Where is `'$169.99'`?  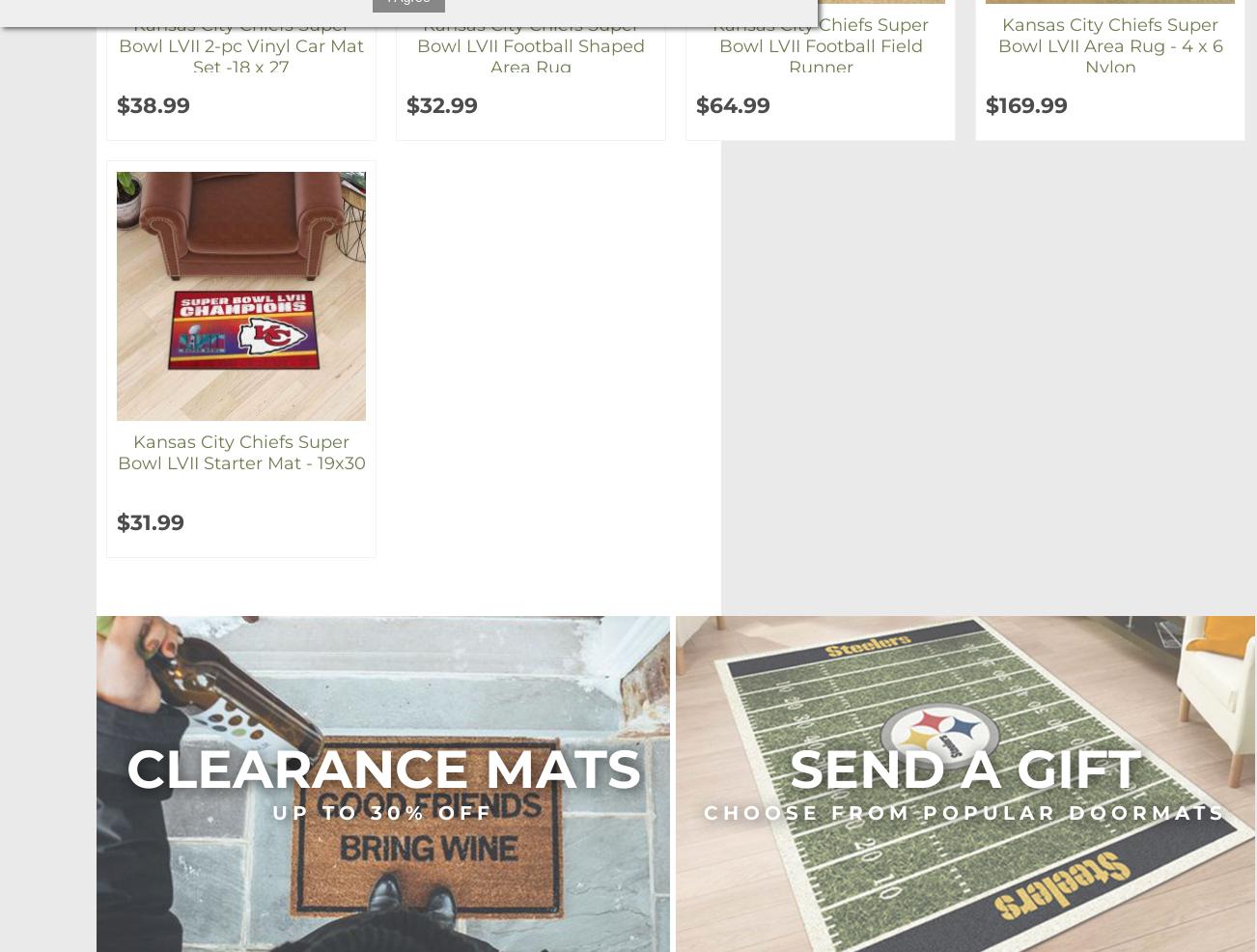 '$169.99' is located at coordinates (1025, 105).